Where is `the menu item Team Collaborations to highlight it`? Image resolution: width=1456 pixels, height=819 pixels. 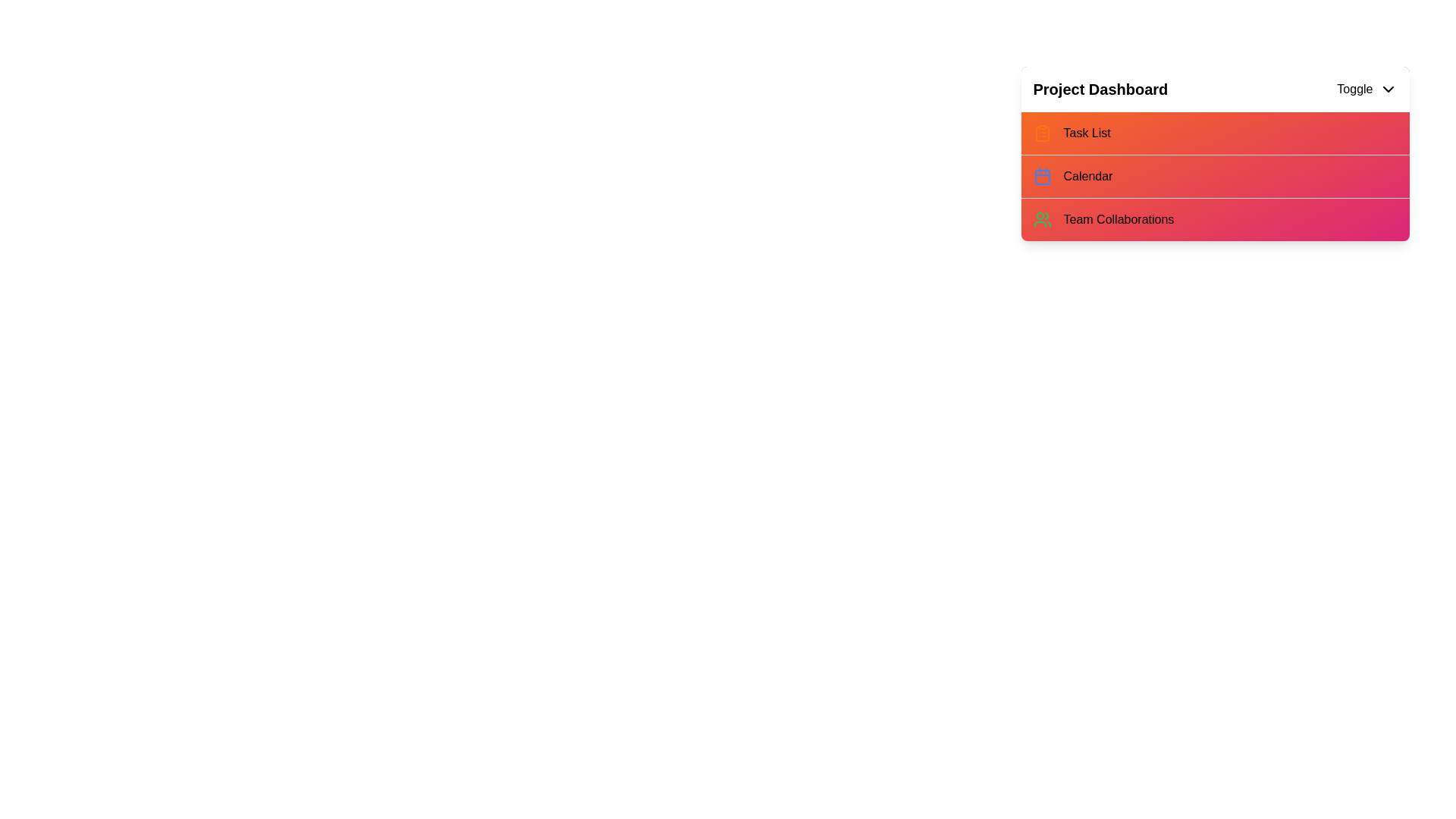
the menu item Team Collaborations to highlight it is located at coordinates (1062, 219).